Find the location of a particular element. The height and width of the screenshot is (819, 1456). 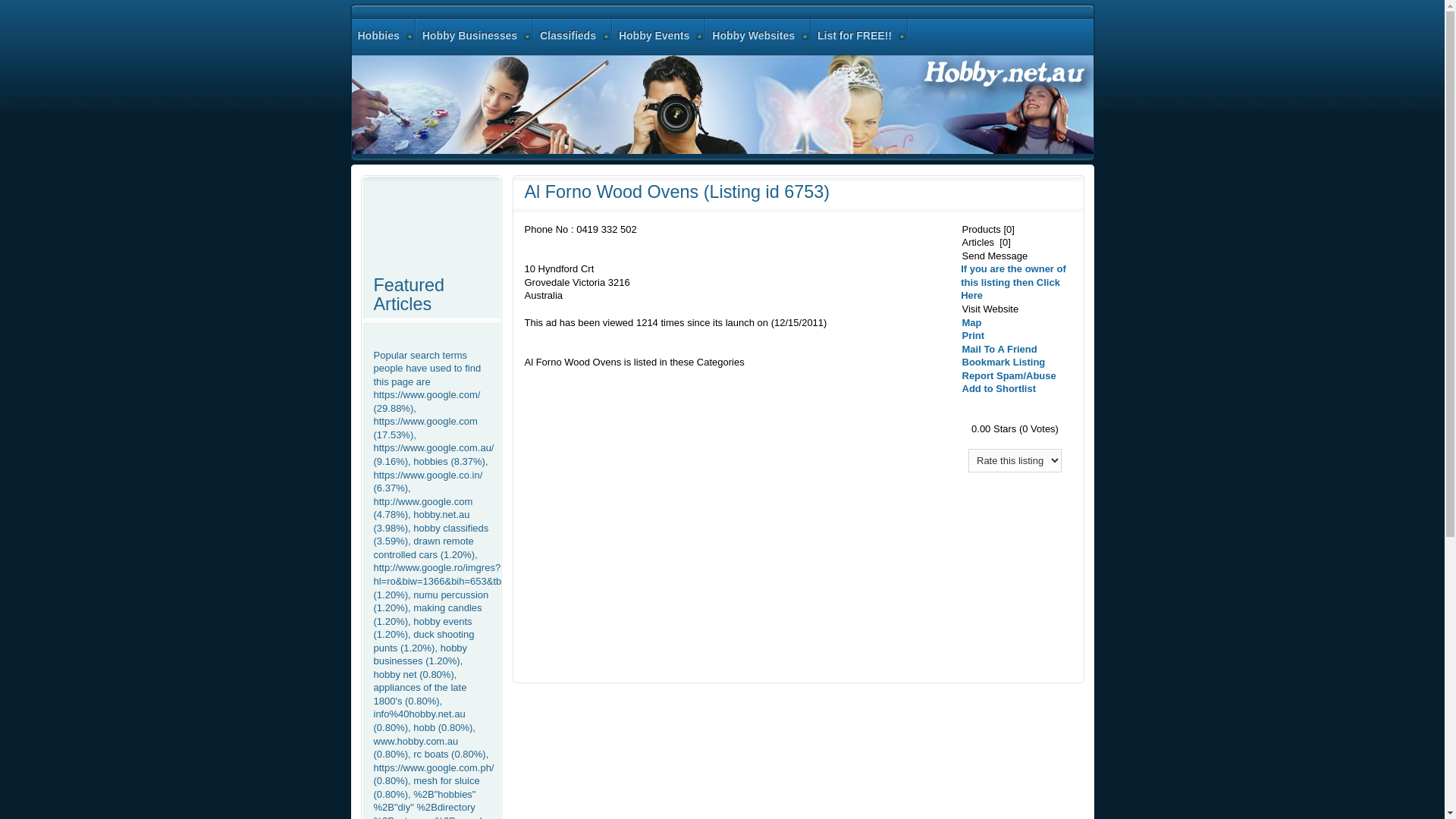

'Bookmark Listing' is located at coordinates (1003, 362).